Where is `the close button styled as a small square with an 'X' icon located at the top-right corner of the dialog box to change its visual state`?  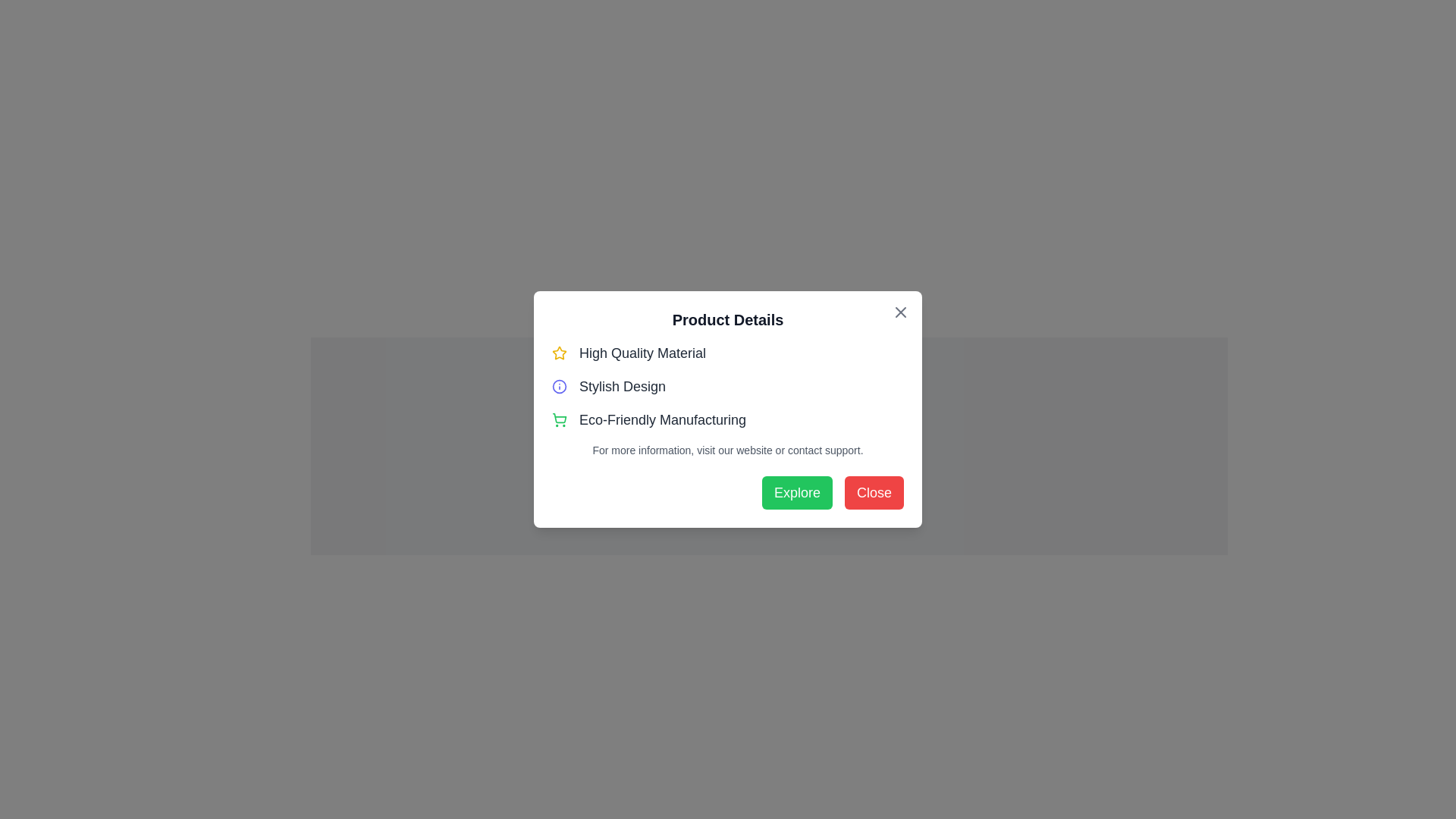 the close button styled as a small square with an 'X' icon located at the top-right corner of the dialog box to change its visual state is located at coordinates (901, 312).